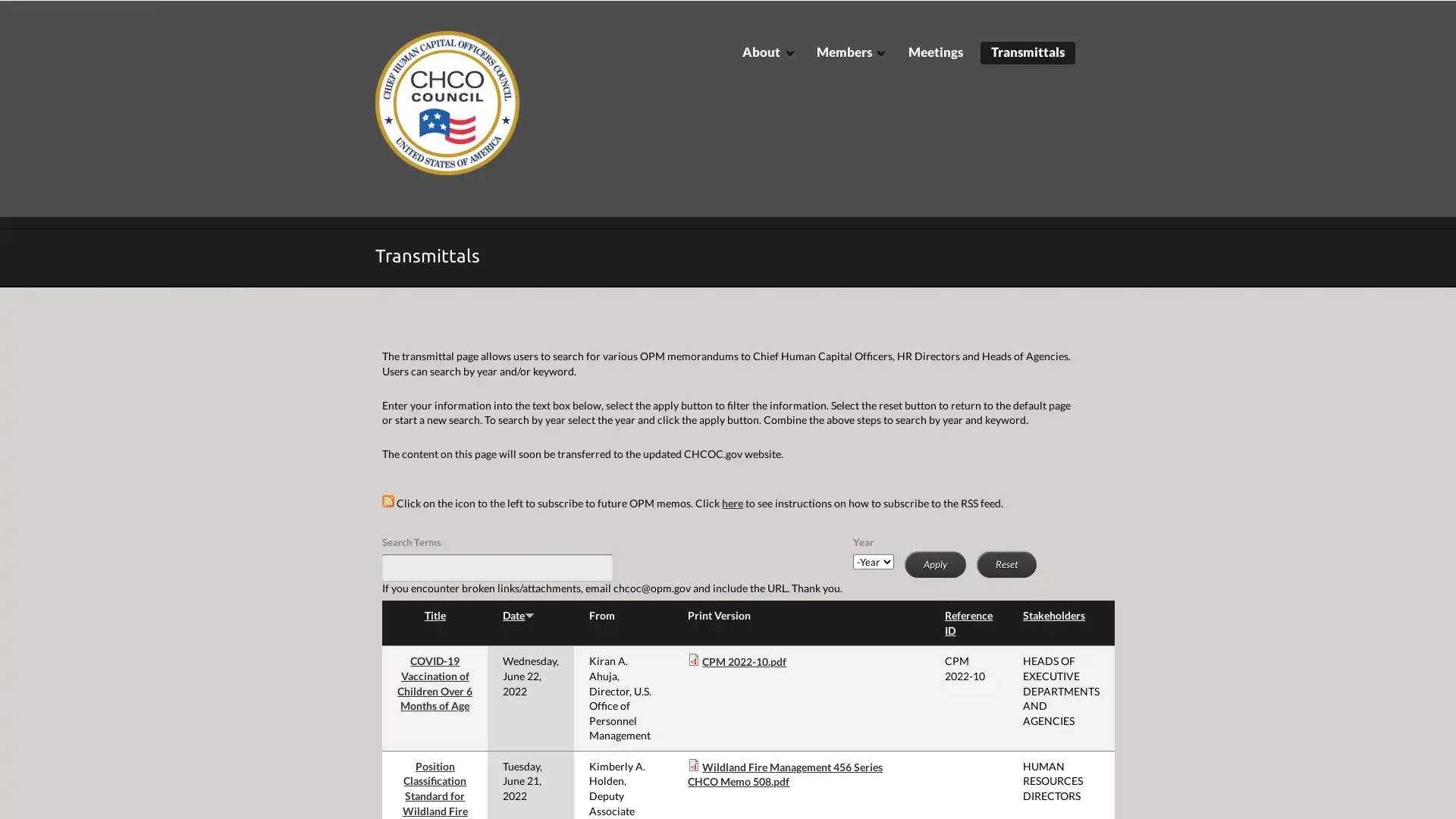 This screenshot has width=1456, height=819. Describe the element at coordinates (1006, 564) in the screenshot. I see `Reset` at that location.